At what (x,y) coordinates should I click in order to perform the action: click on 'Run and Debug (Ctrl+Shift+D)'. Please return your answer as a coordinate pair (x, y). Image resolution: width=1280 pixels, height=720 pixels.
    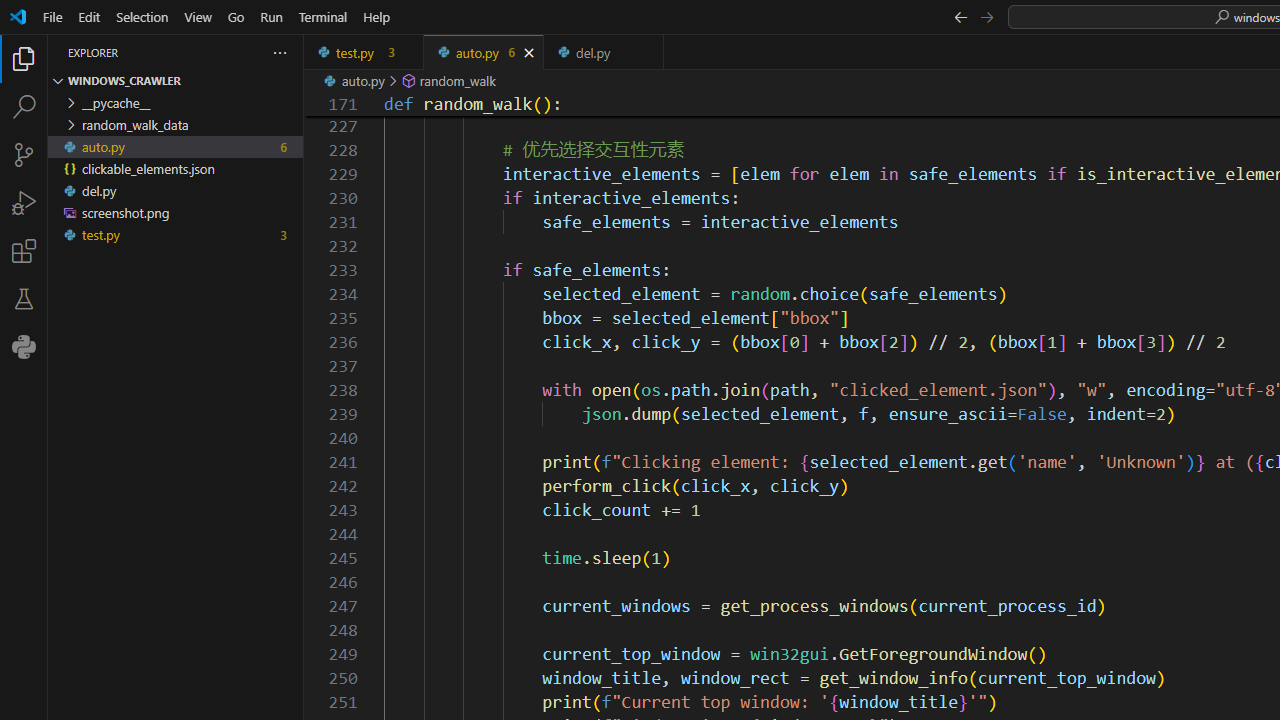
    Looking at the image, I should click on (24, 203).